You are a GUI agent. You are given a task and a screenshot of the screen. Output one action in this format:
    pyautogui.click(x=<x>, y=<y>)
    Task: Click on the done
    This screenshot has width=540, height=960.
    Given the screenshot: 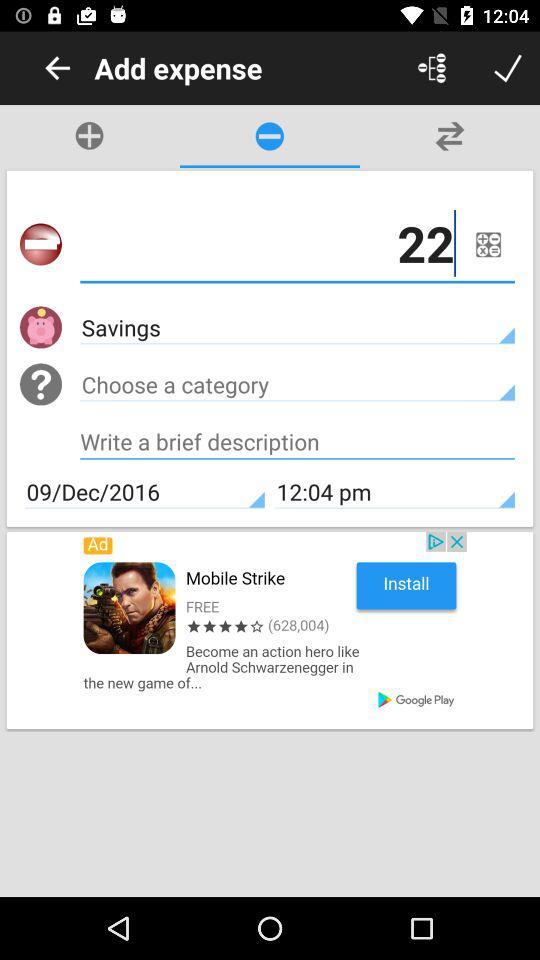 What is the action you would take?
    pyautogui.click(x=508, y=68)
    